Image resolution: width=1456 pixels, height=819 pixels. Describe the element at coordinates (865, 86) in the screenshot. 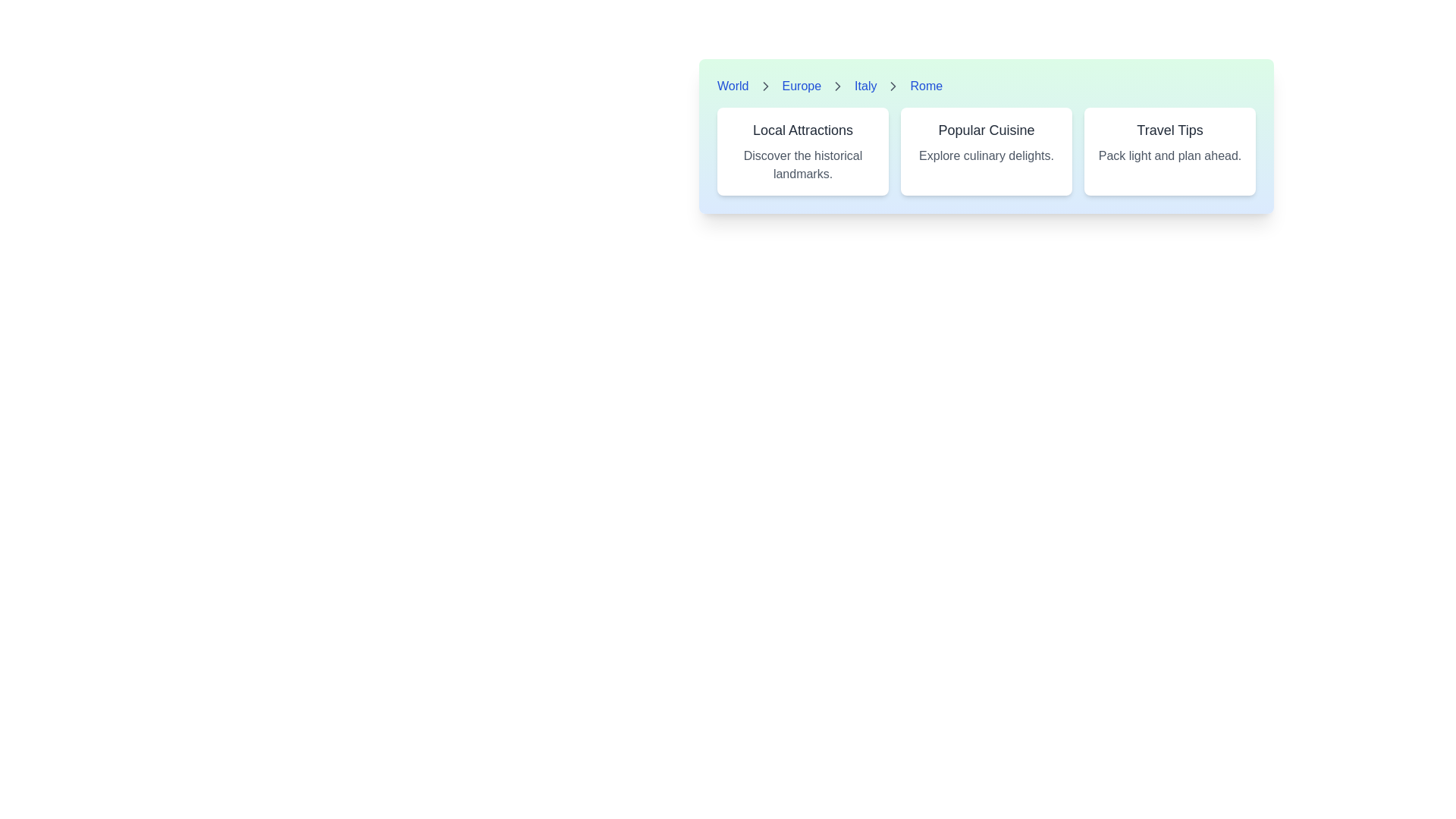

I see `the clickable text link labeled 'Italy' in the breadcrumb navigation bar` at that location.